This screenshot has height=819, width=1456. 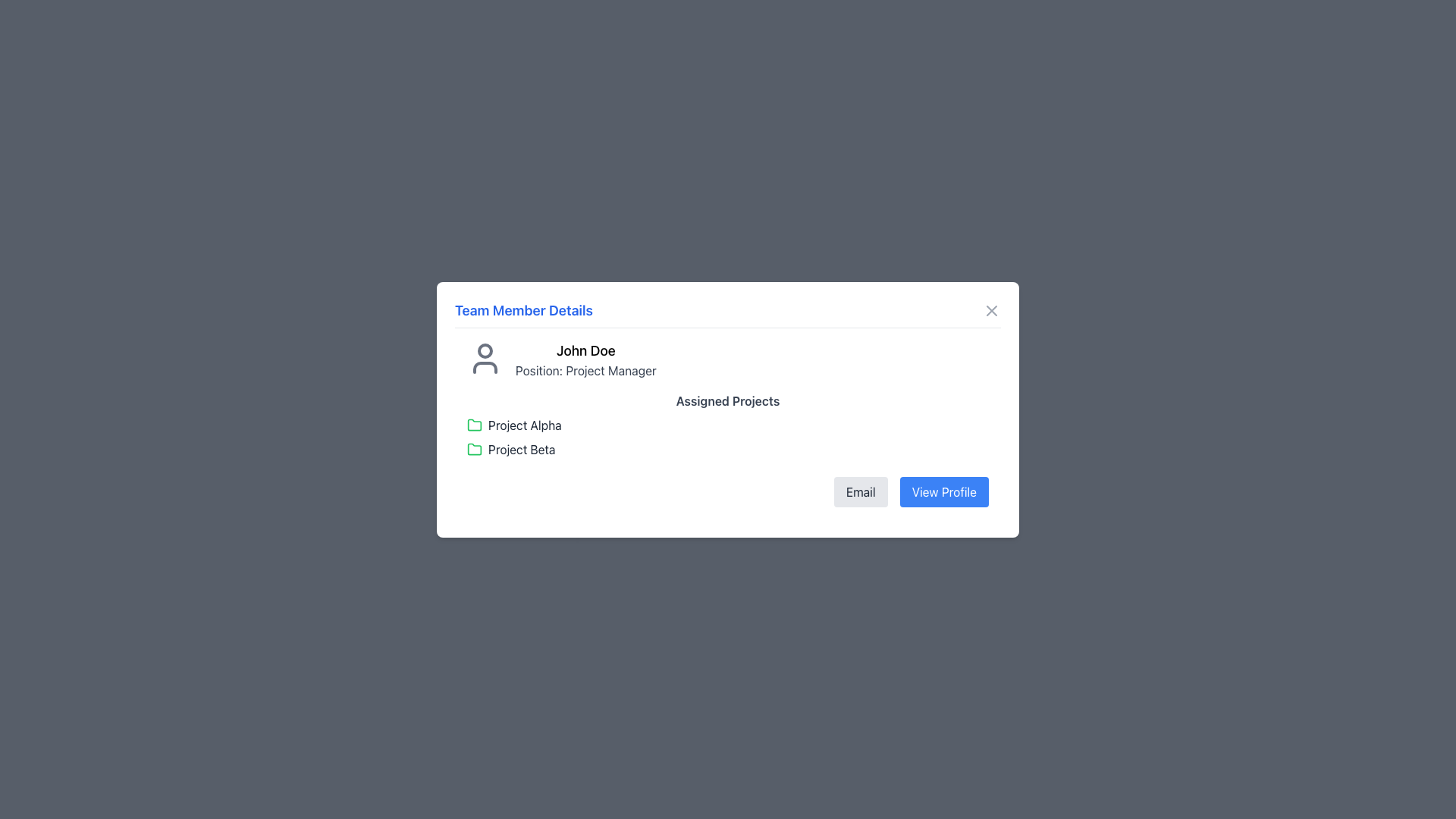 What do you see at coordinates (585, 359) in the screenshot?
I see `the Text Display element that shows 'John Doe' and 'Position: Project Manager', located to the right of the user profile icon in the upper left portion of the dialog box` at bounding box center [585, 359].